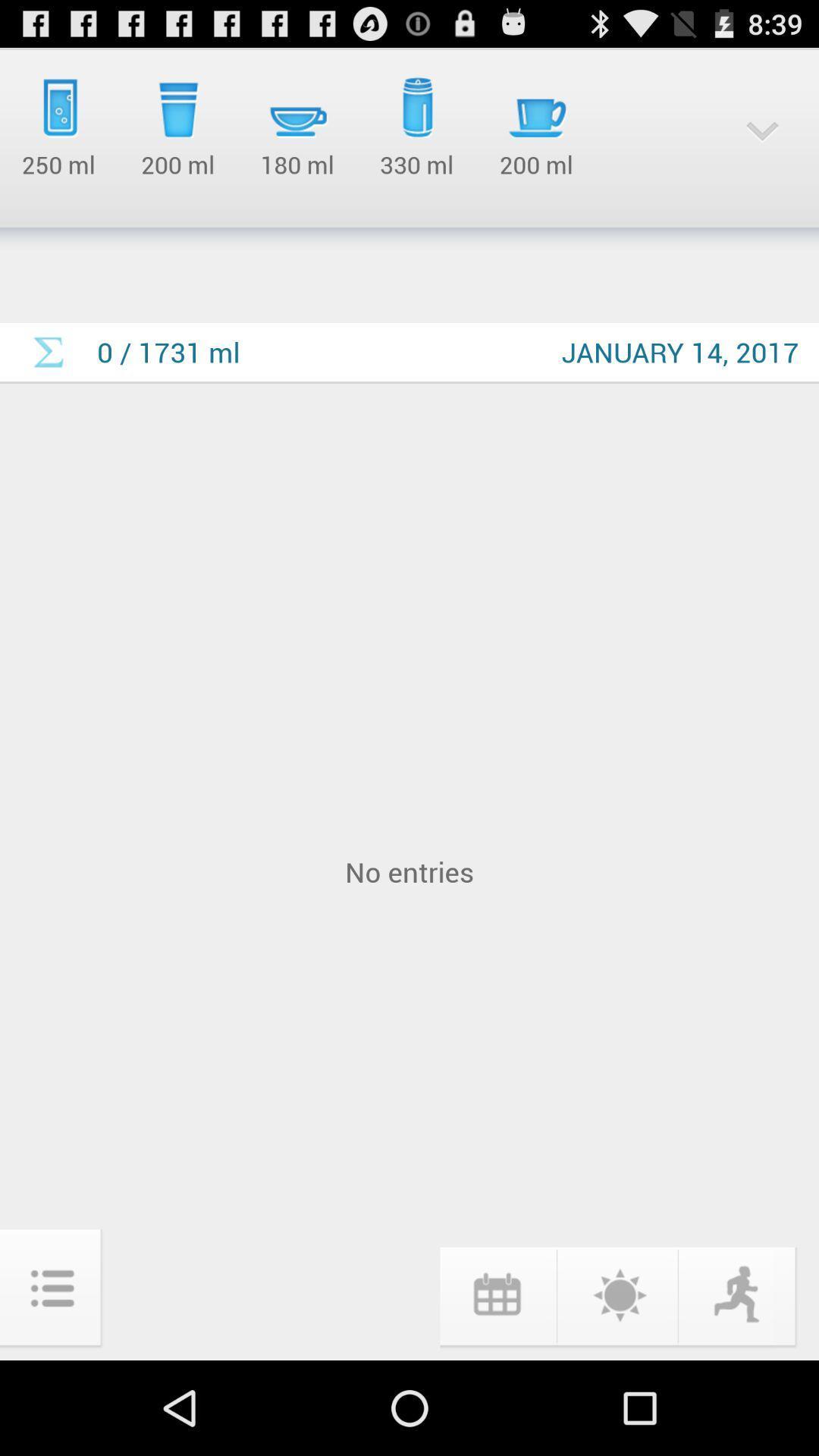 Image resolution: width=819 pixels, height=1456 pixels. I want to click on the list icon, so click(52, 1380).